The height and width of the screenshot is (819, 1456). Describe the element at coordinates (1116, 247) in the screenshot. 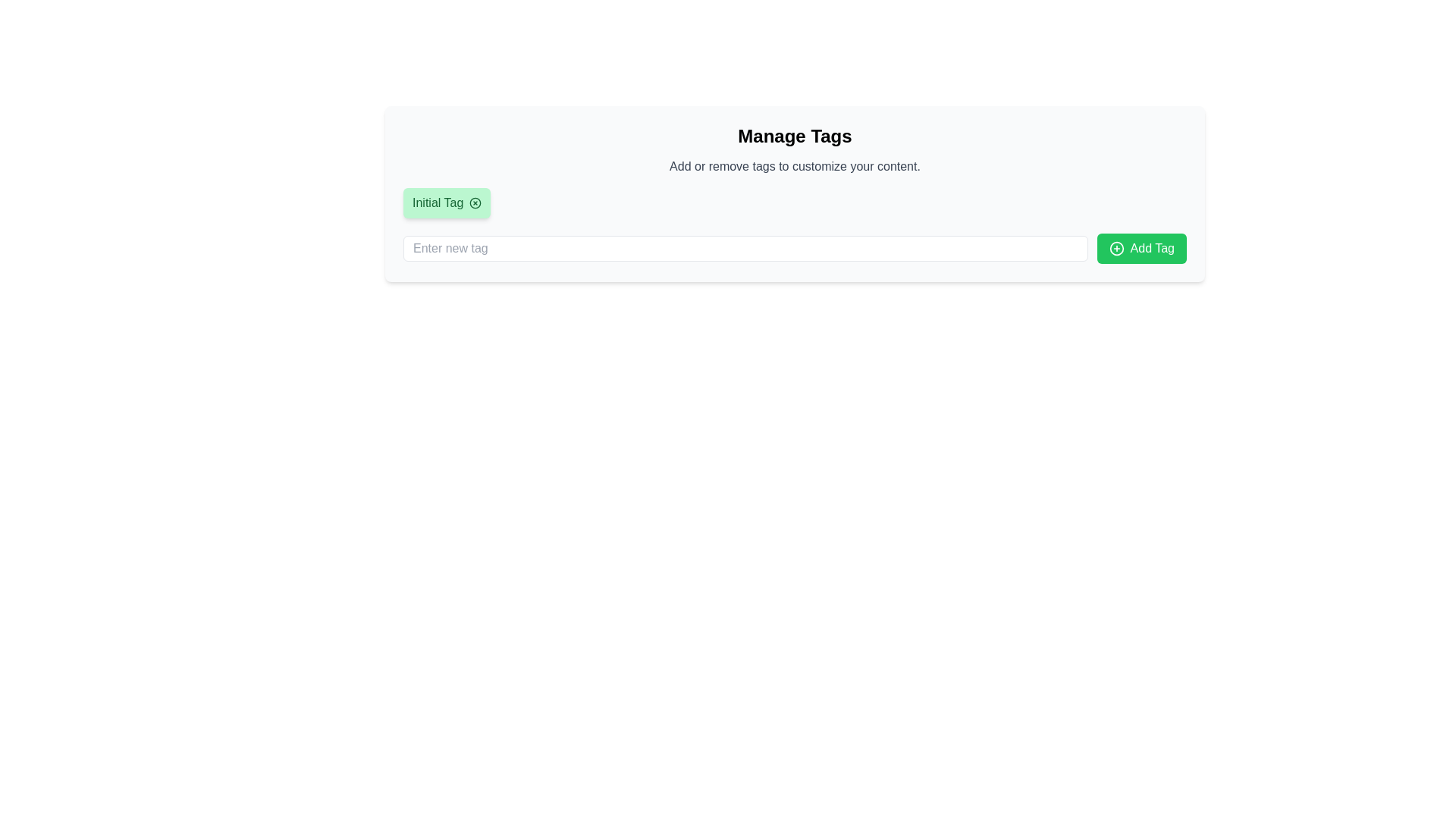

I see `the circular outer part of the 'Add Tag' button` at that location.